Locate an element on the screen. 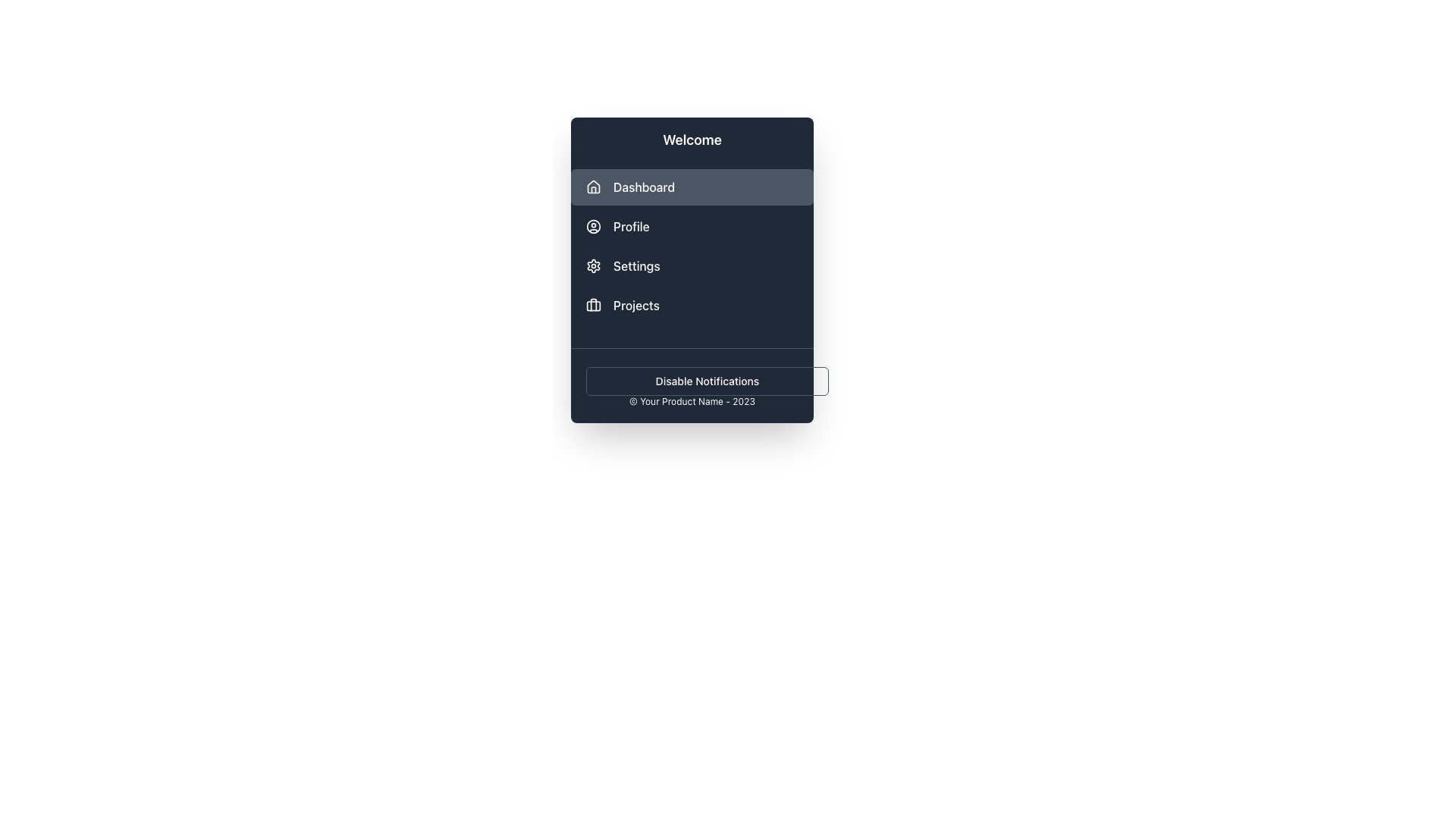 The image size is (1456, 819). the Text header that serves as a welcoming message for the menu, positioned at the topmost part of the vertical menu is located at coordinates (691, 140).